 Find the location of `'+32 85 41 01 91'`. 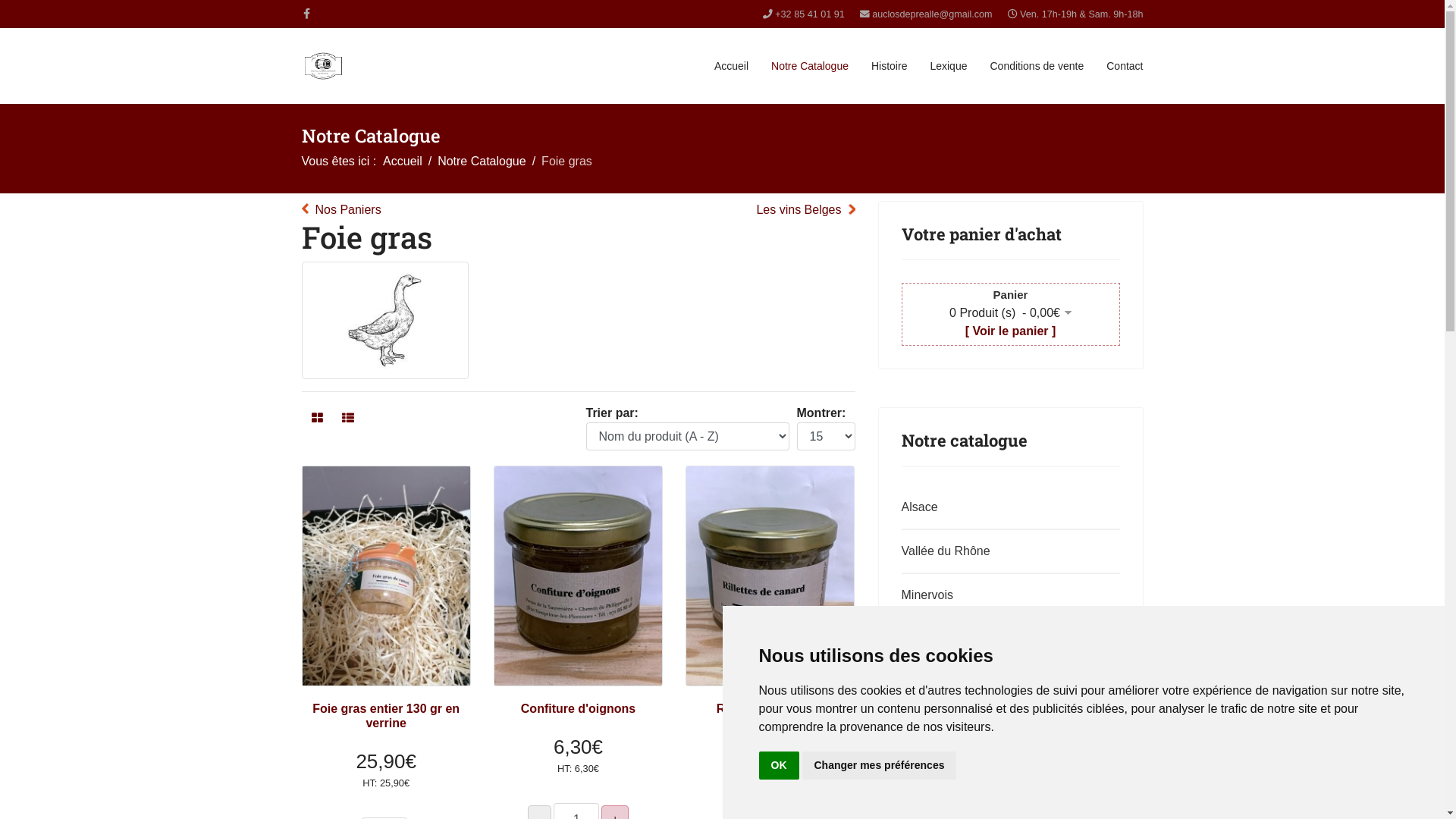

'+32 85 41 01 91' is located at coordinates (808, 14).